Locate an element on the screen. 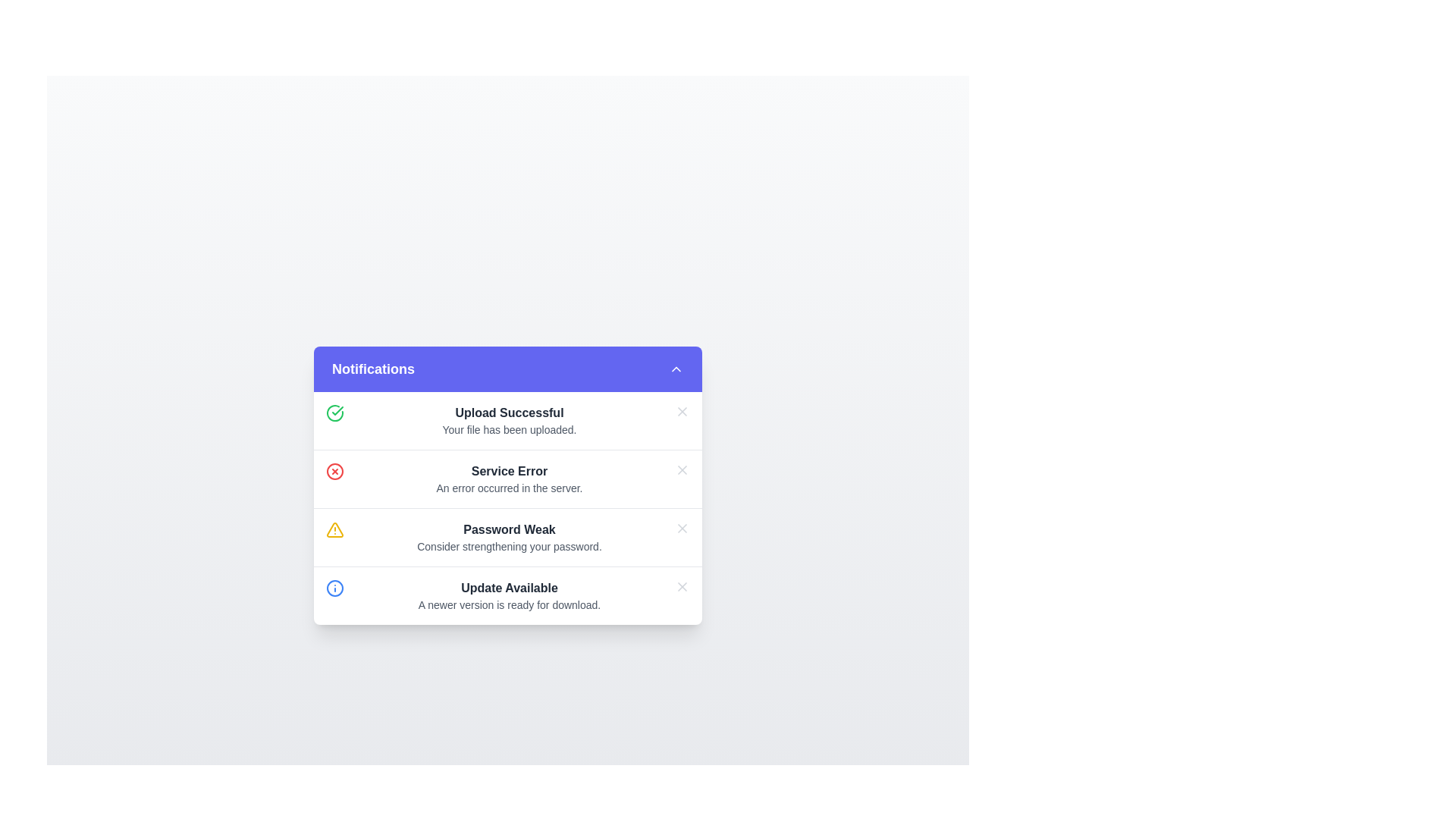  the dismiss button located at the far right of the 'Update Available' notification entry is located at coordinates (682, 585).